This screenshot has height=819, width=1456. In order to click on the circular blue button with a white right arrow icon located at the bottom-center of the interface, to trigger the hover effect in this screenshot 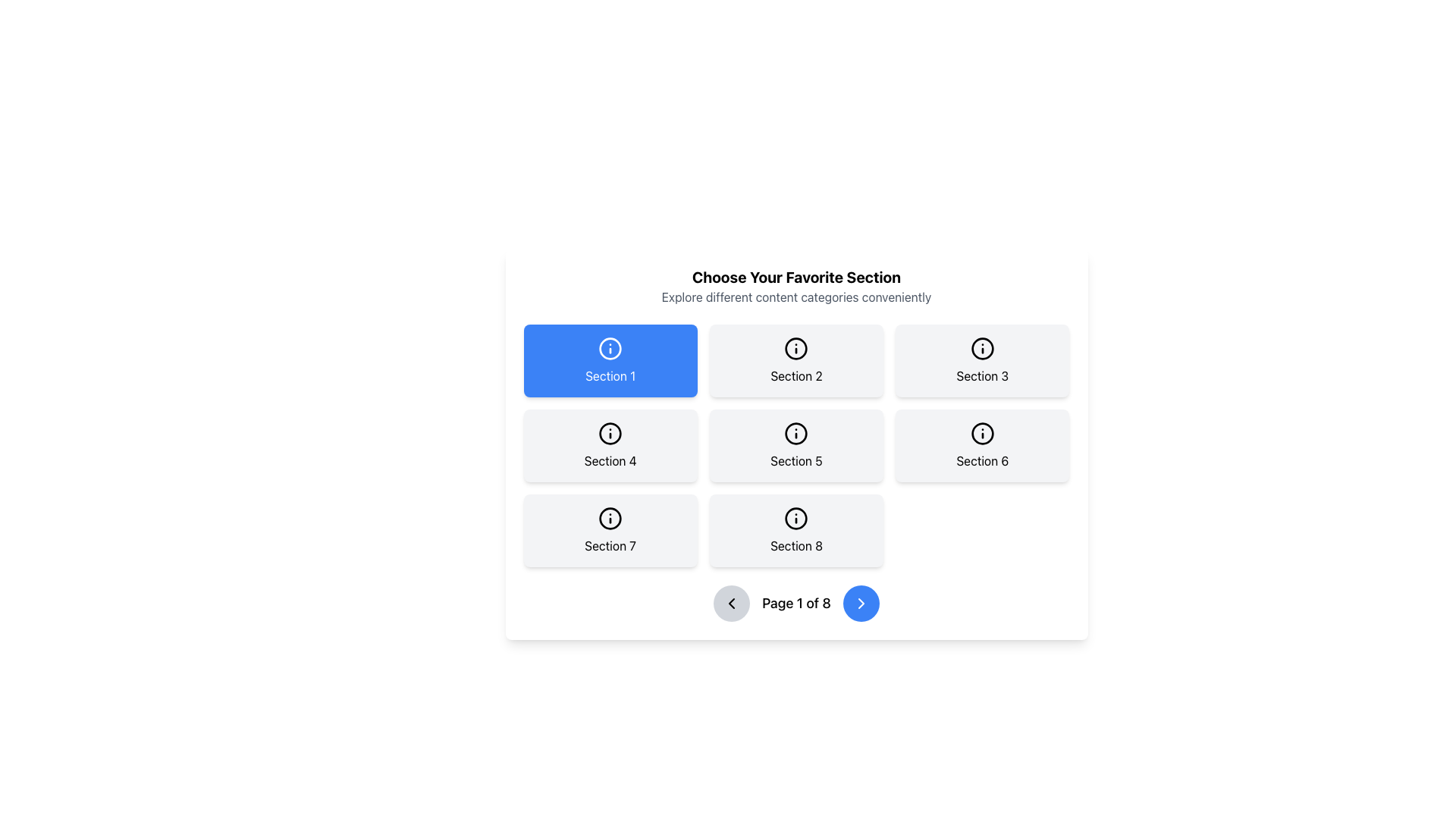, I will do `click(861, 602)`.